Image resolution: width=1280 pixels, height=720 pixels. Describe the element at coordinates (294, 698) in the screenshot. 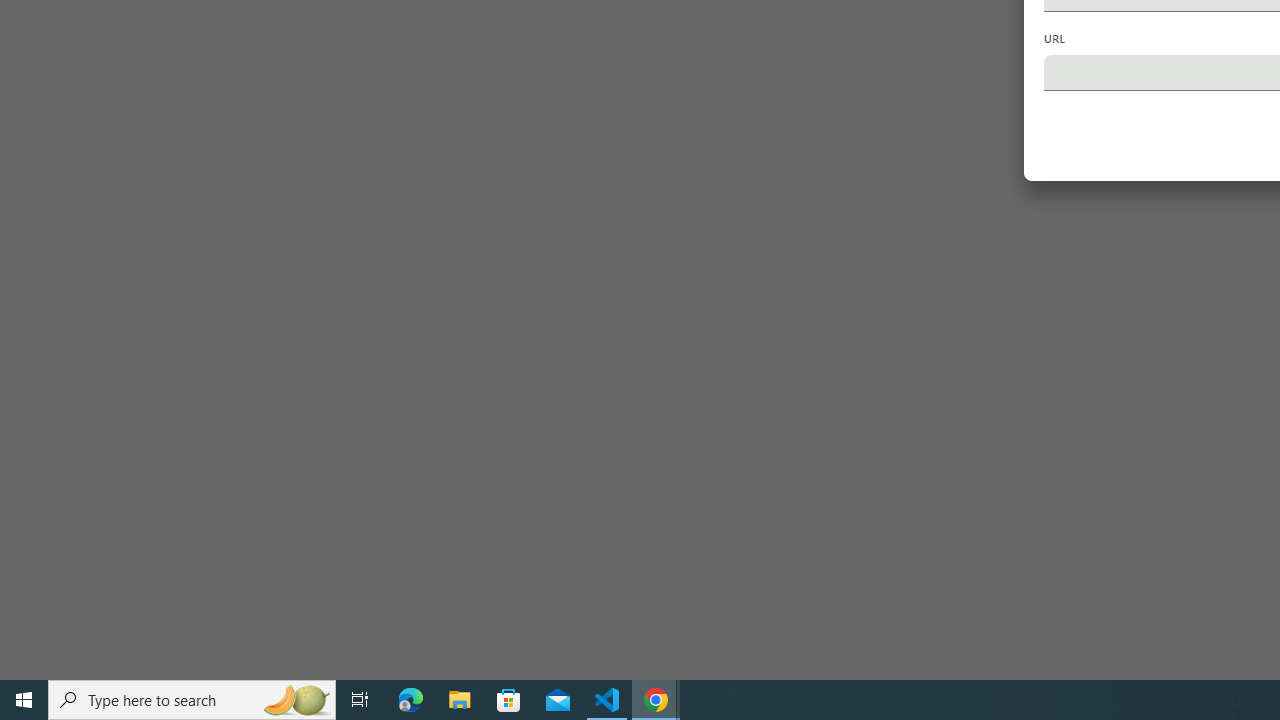

I see `'Search highlights icon opens search home window'` at that location.